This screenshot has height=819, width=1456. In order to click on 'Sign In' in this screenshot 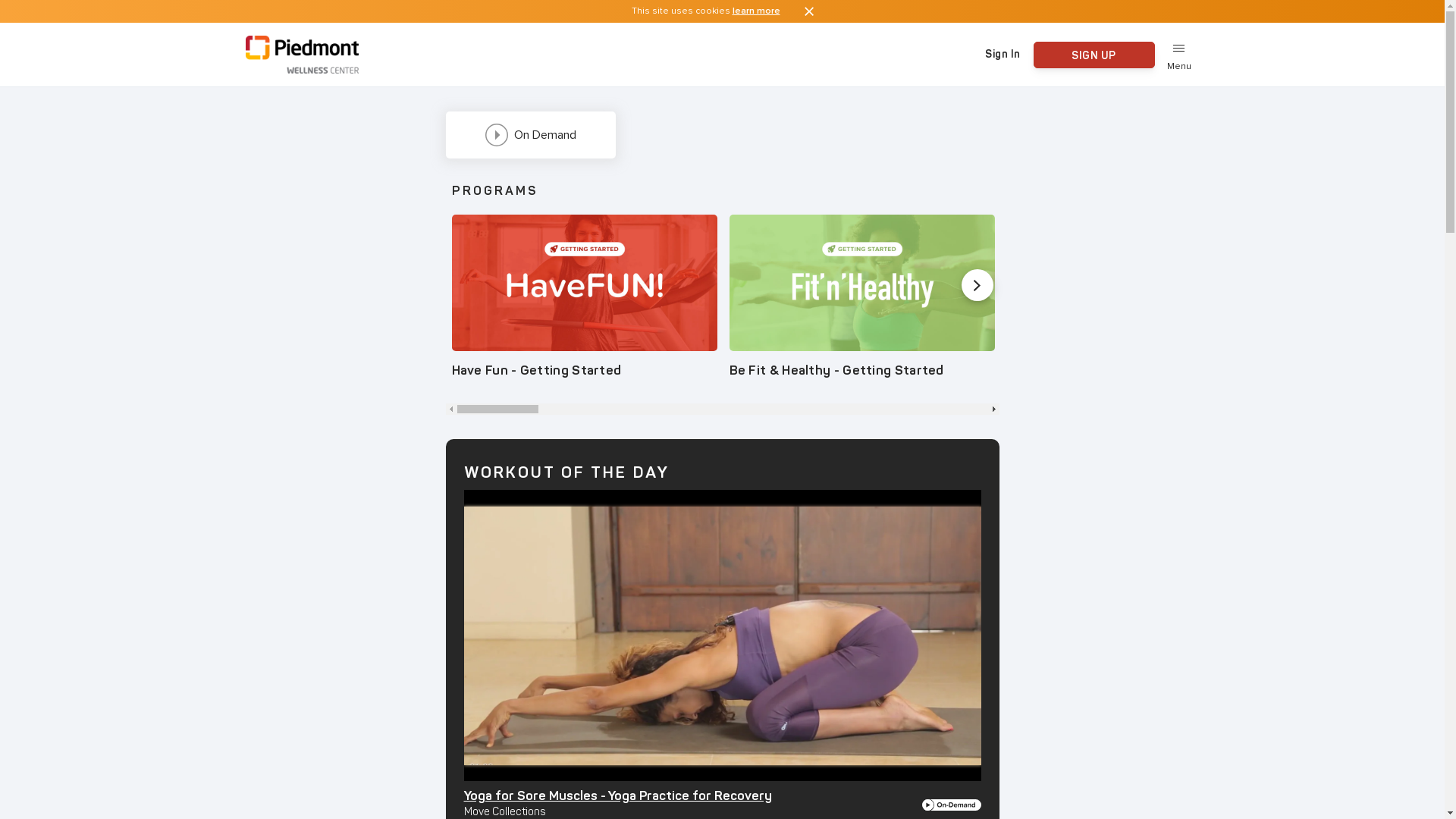, I will do `click(1003, 53)`.